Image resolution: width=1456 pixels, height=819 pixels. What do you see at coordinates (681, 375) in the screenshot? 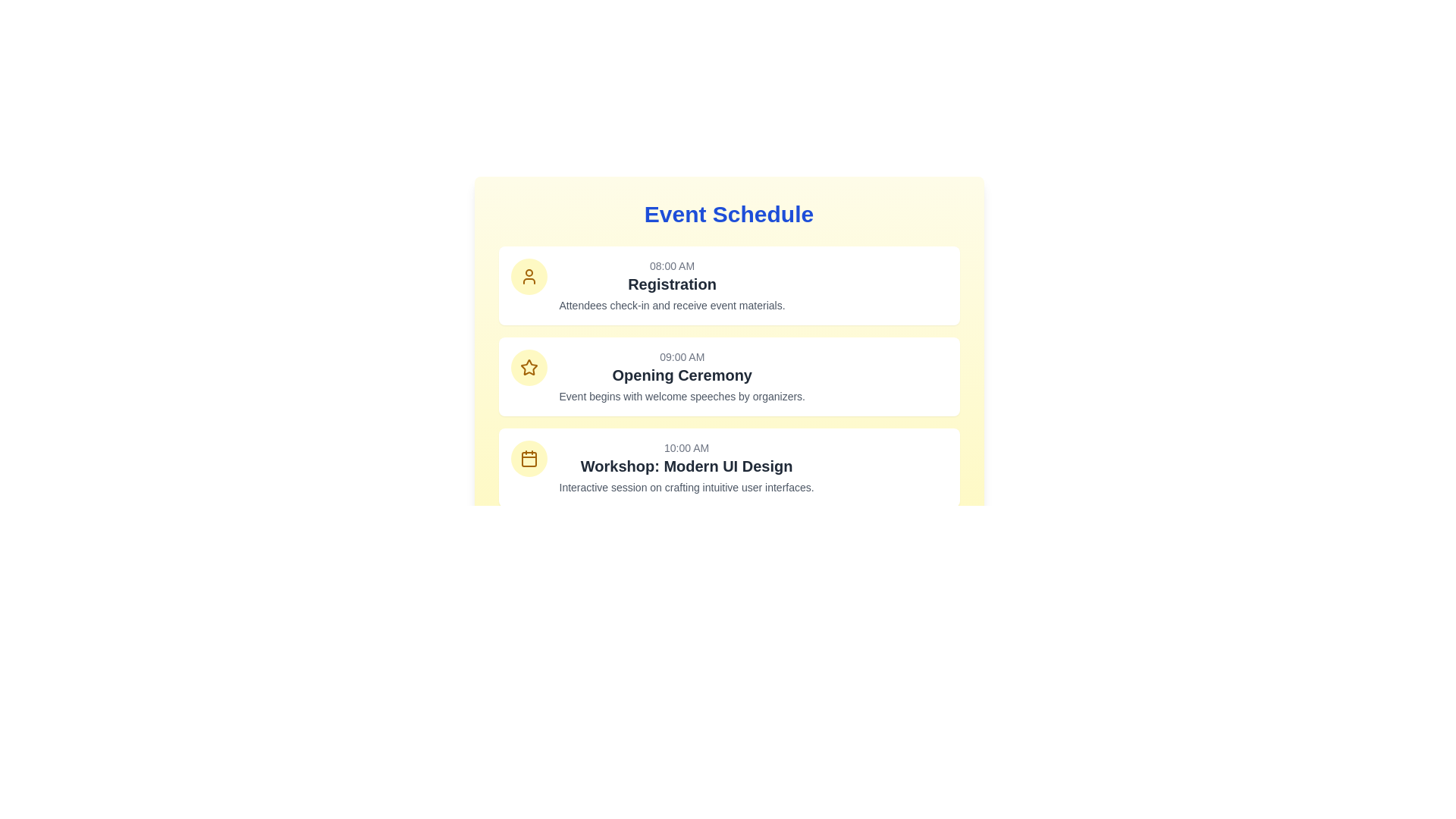
I see `the 'Opening Ceremony' text label, which is prominently displayed in a large, bold font in the second card of the event schedule` at bounding box center [681, 375].